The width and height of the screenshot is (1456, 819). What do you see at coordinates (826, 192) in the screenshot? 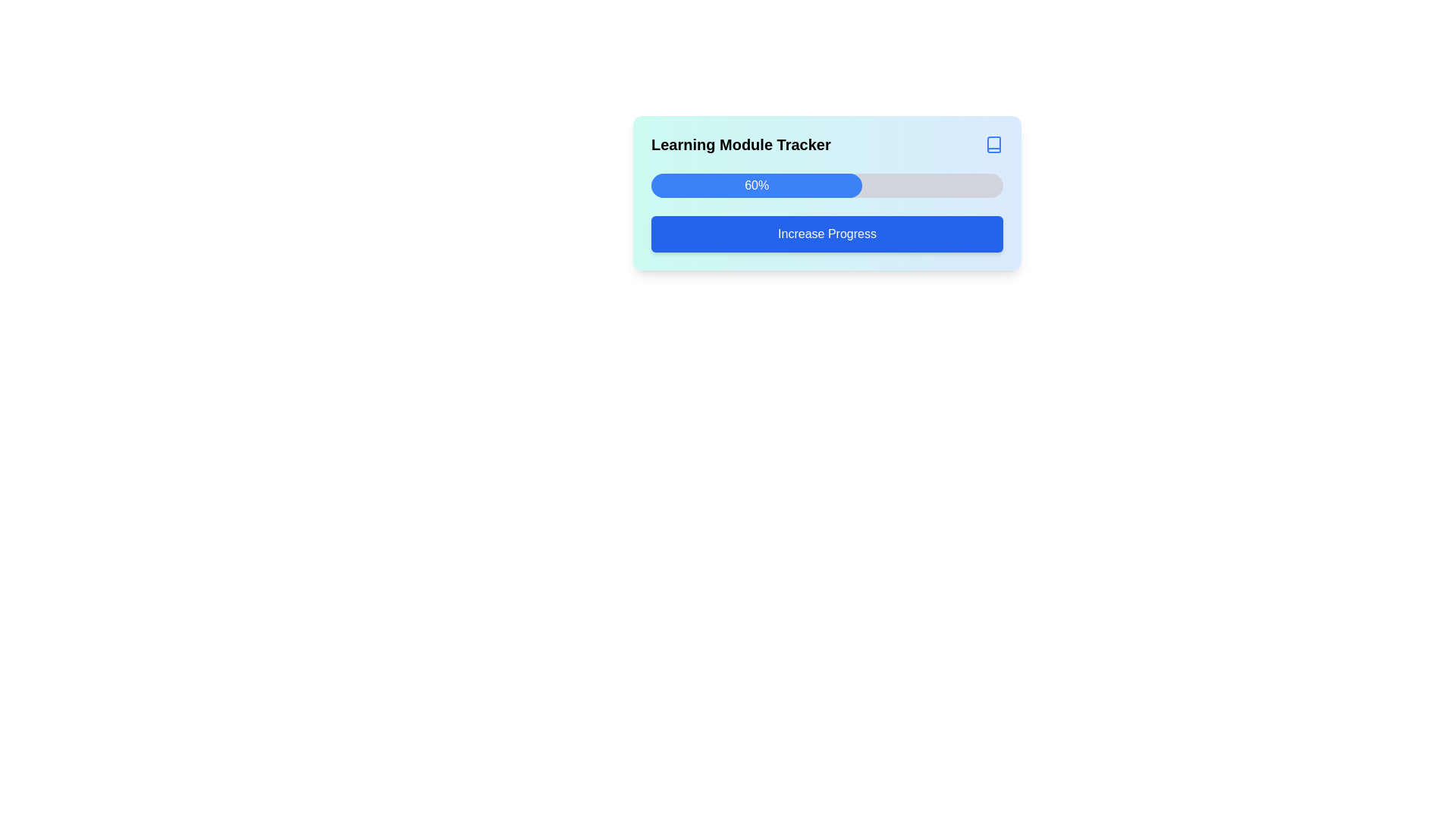
I see `the progress value displayed on the progress bar indicating 60% completion, which is visually represented by a blue foreground on a gray background` at bounding box center [826, 192].